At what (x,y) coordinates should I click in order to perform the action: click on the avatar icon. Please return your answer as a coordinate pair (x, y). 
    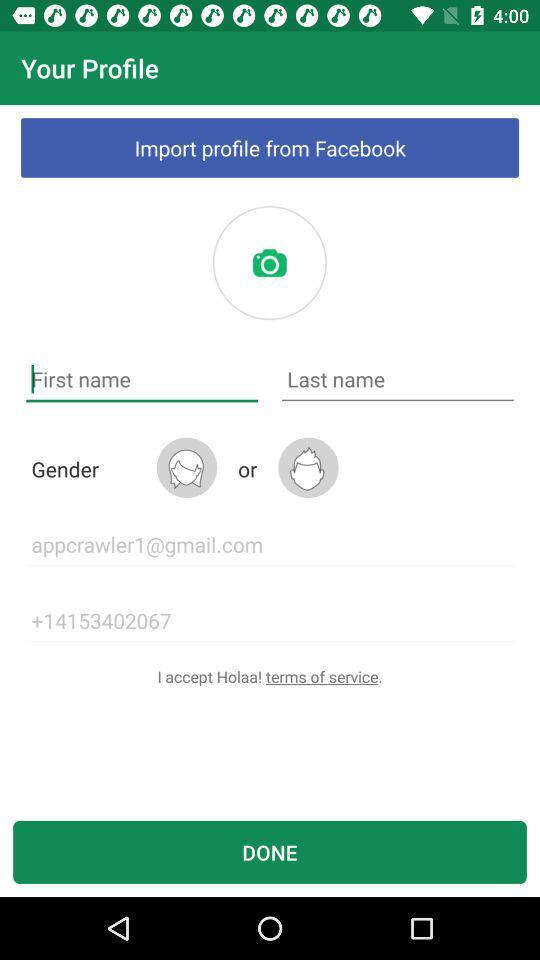
    Looking at the image, I should click on (308, 467).